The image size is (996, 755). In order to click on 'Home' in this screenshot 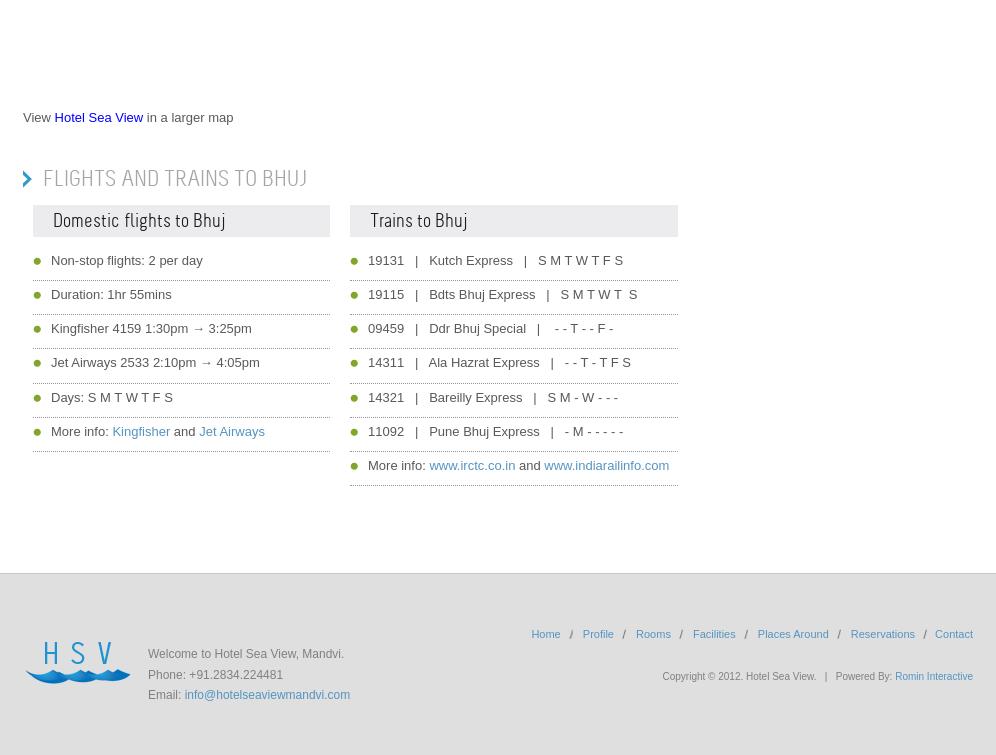, I will do `click(544, 631)`.